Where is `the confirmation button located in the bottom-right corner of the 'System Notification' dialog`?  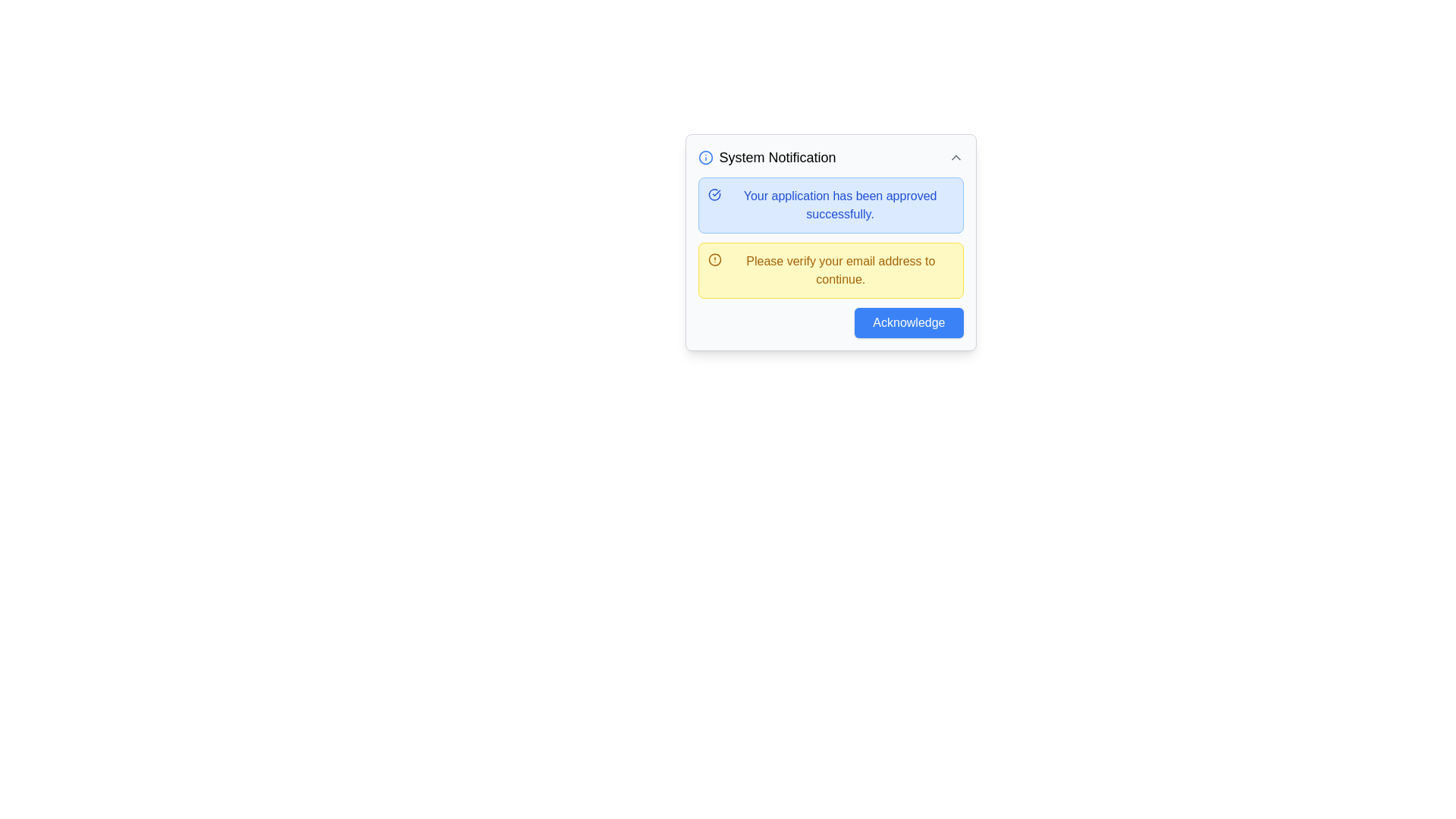 the confirmation button located in the bottom-right corner of the 'System Notification' dialog is located at coordinates (908, 322).